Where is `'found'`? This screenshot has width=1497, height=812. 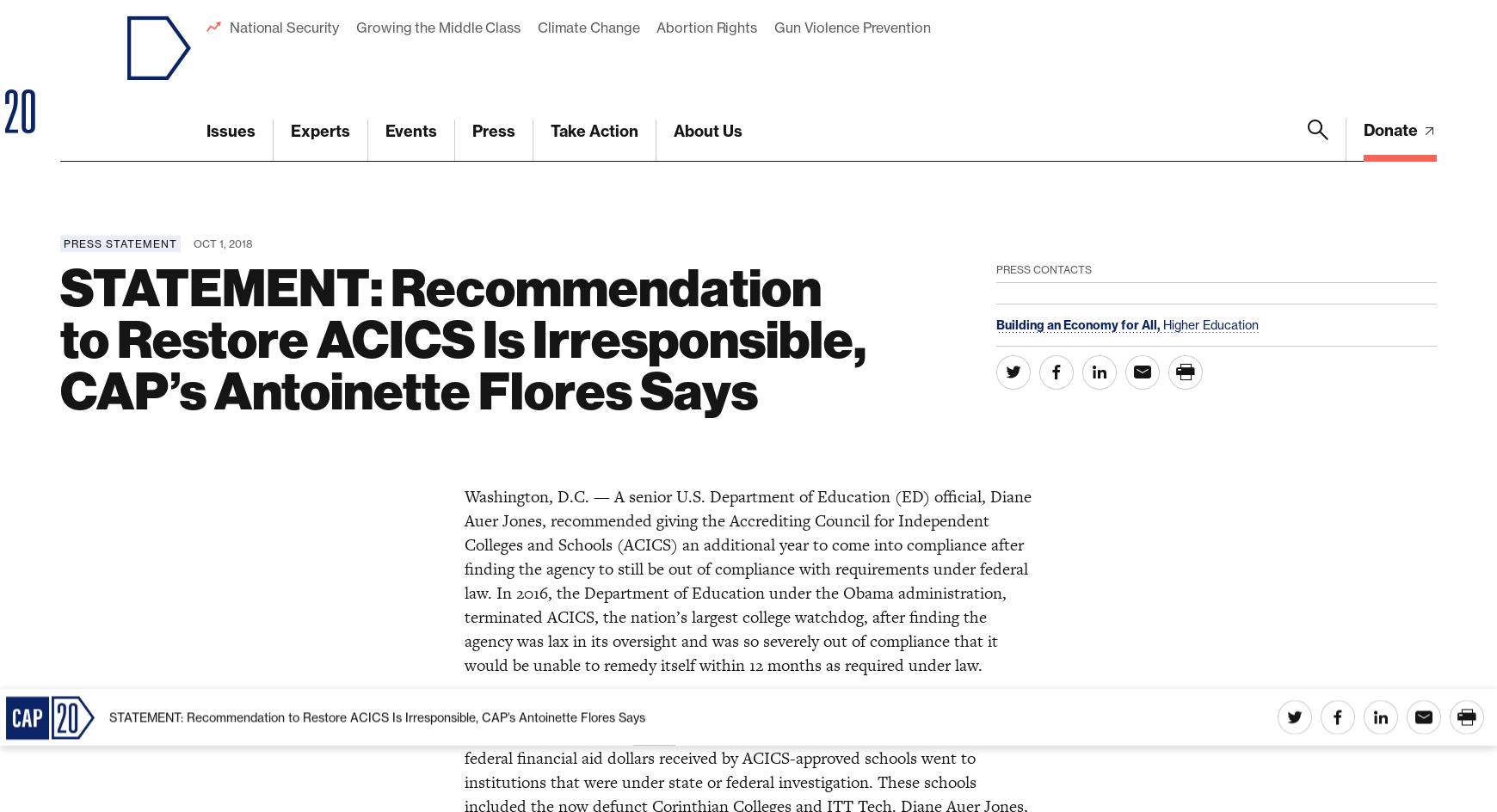
'found' is located at coordinates (654, 45).